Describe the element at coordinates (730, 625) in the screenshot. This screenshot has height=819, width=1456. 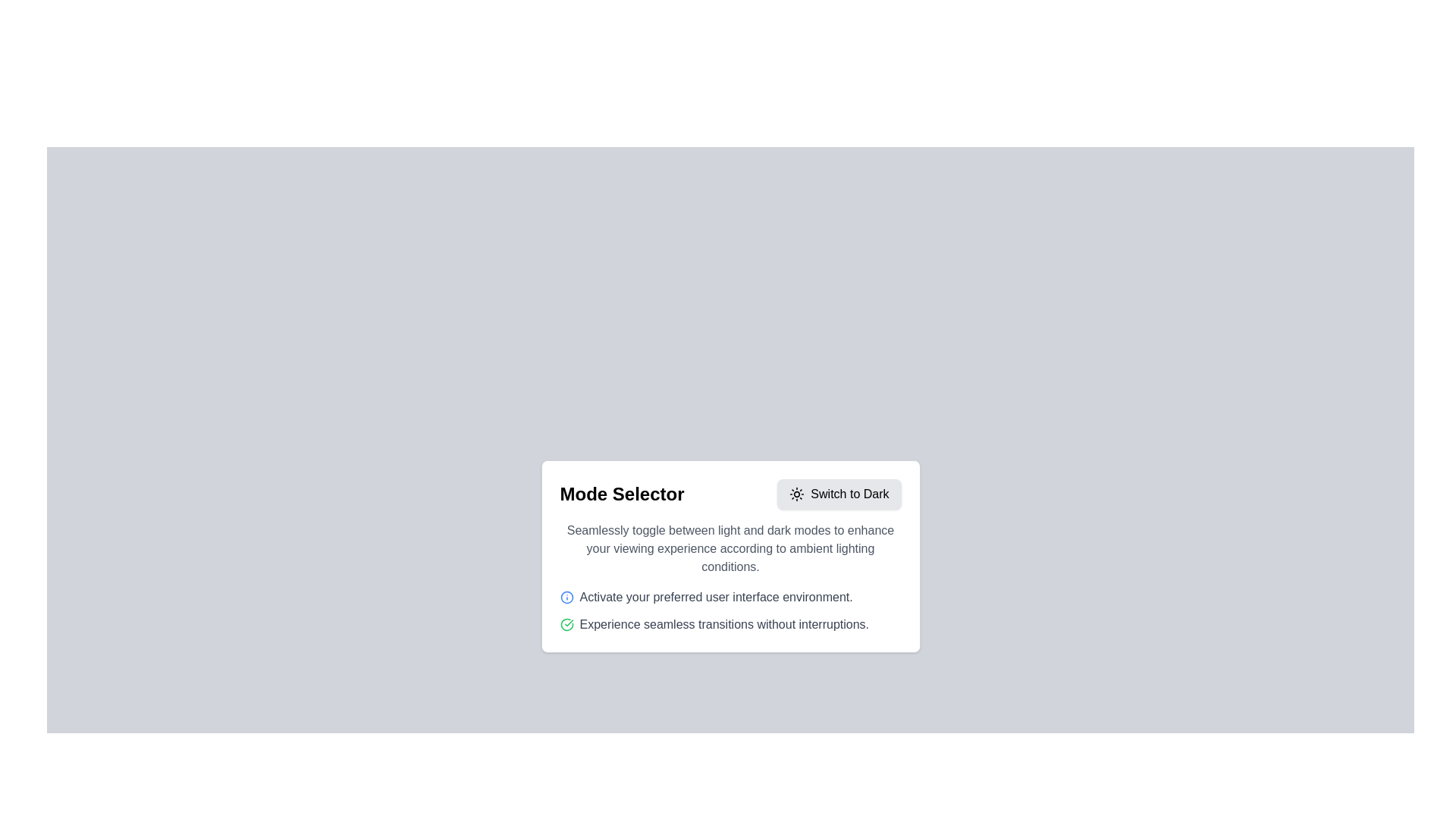
I see `the text label reading 'Experience seamless transitions without interruptions.' which is visually styled in gray and has a green checkmark icon adjacent to it` at that location.